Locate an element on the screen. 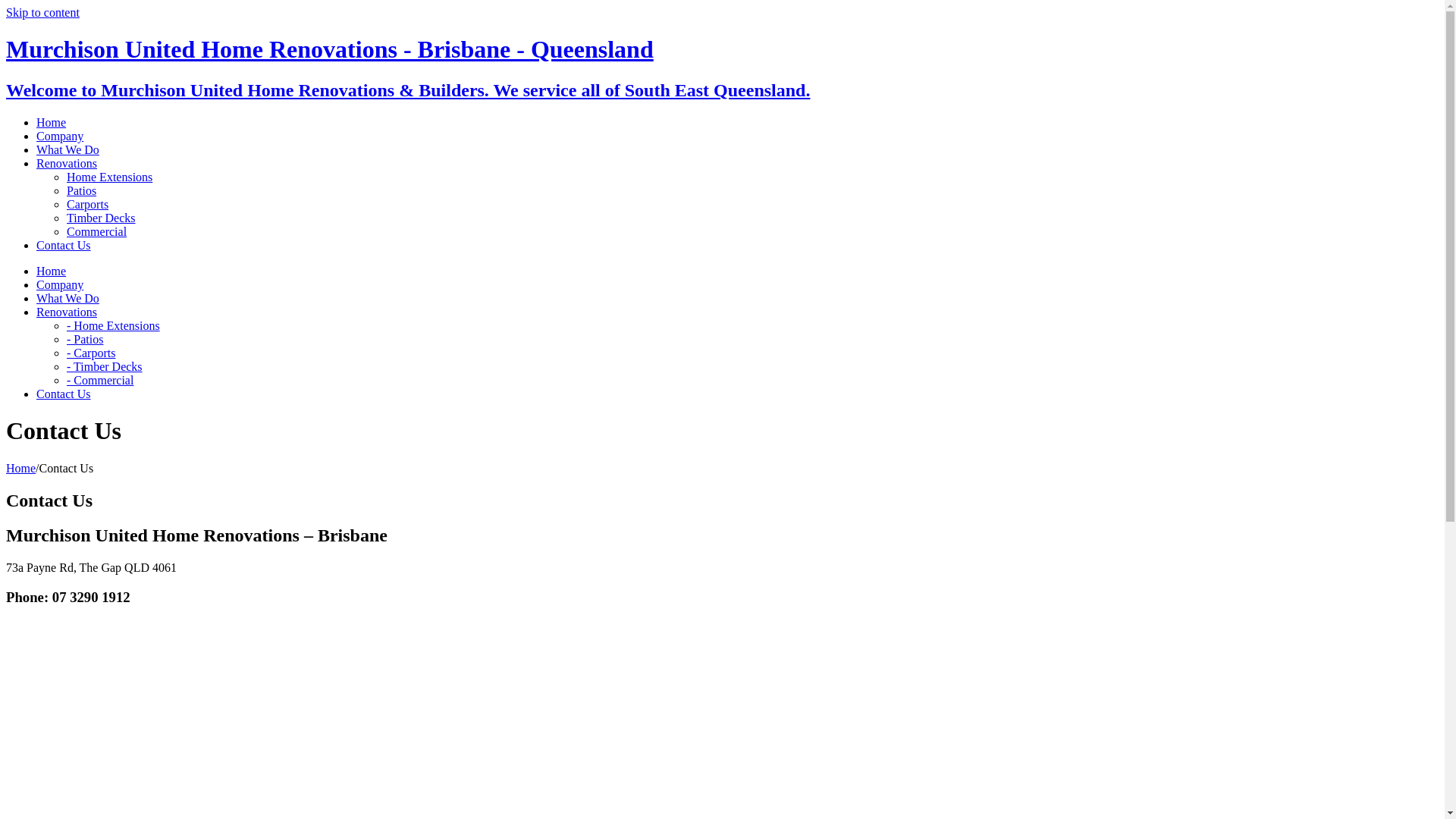 The image size is (1456, 819). '- Commercial' is located at coordinates (99, 379).